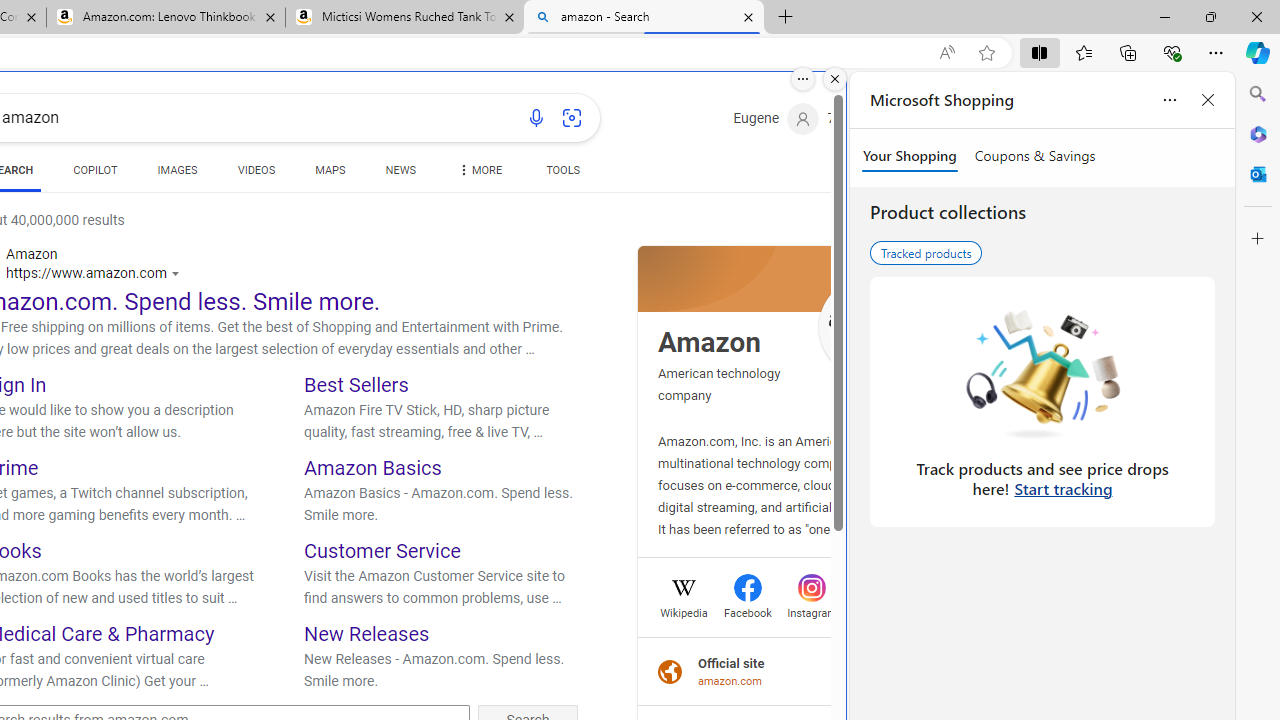 This screenshot has height=720, width=1280. Describe the element at coordinates (670, 671) in the screenshot. I see `'Class: sp-ofsite'` at that location.